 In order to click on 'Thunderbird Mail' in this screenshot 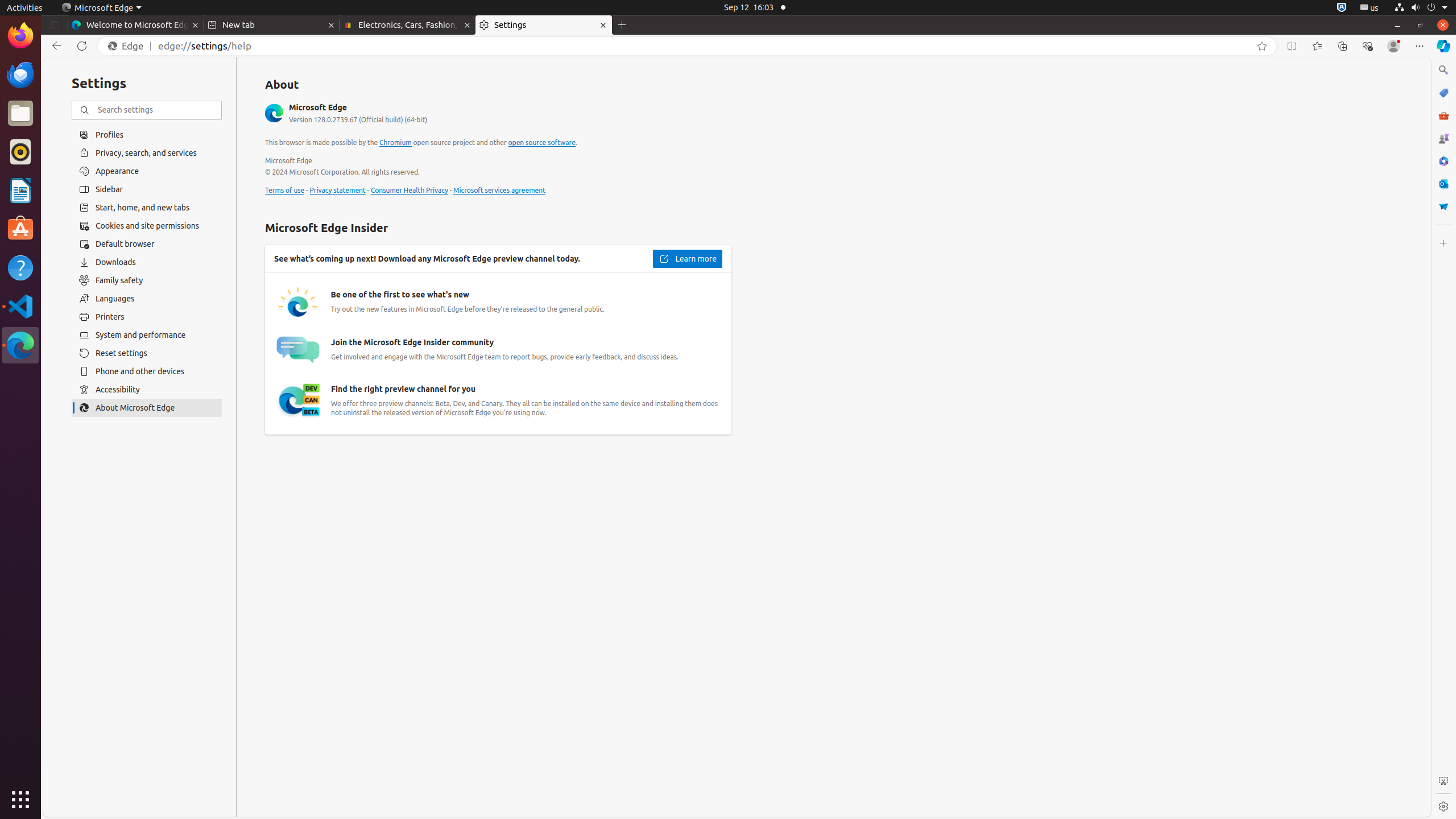, I will do `click(20, 74)`.